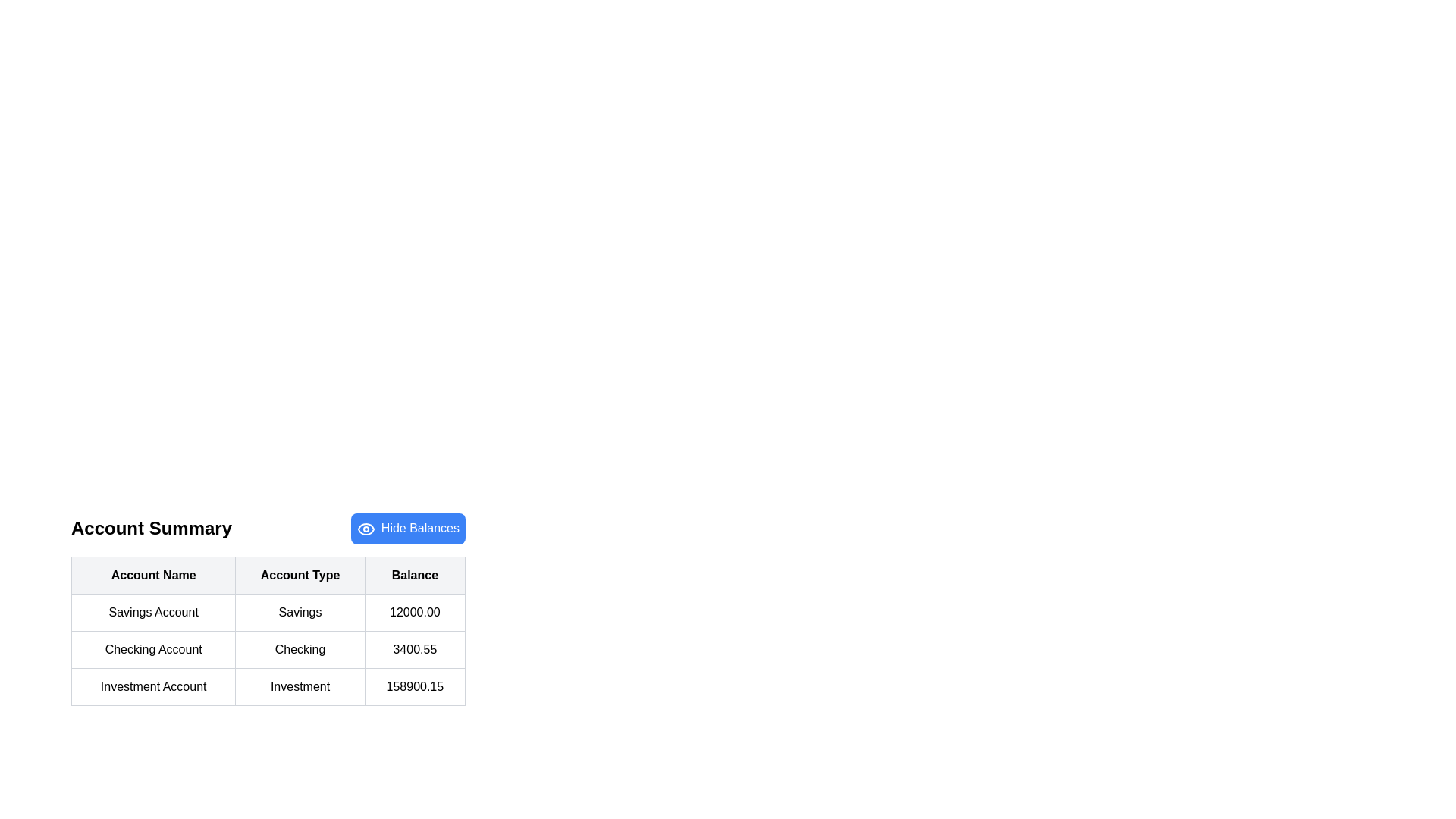 The width and height of the screenshot is (1456, 819). I want to click on the text block displaying the numeric value '158900.15' in the 'Balance' column of the table, so click(415, 686).